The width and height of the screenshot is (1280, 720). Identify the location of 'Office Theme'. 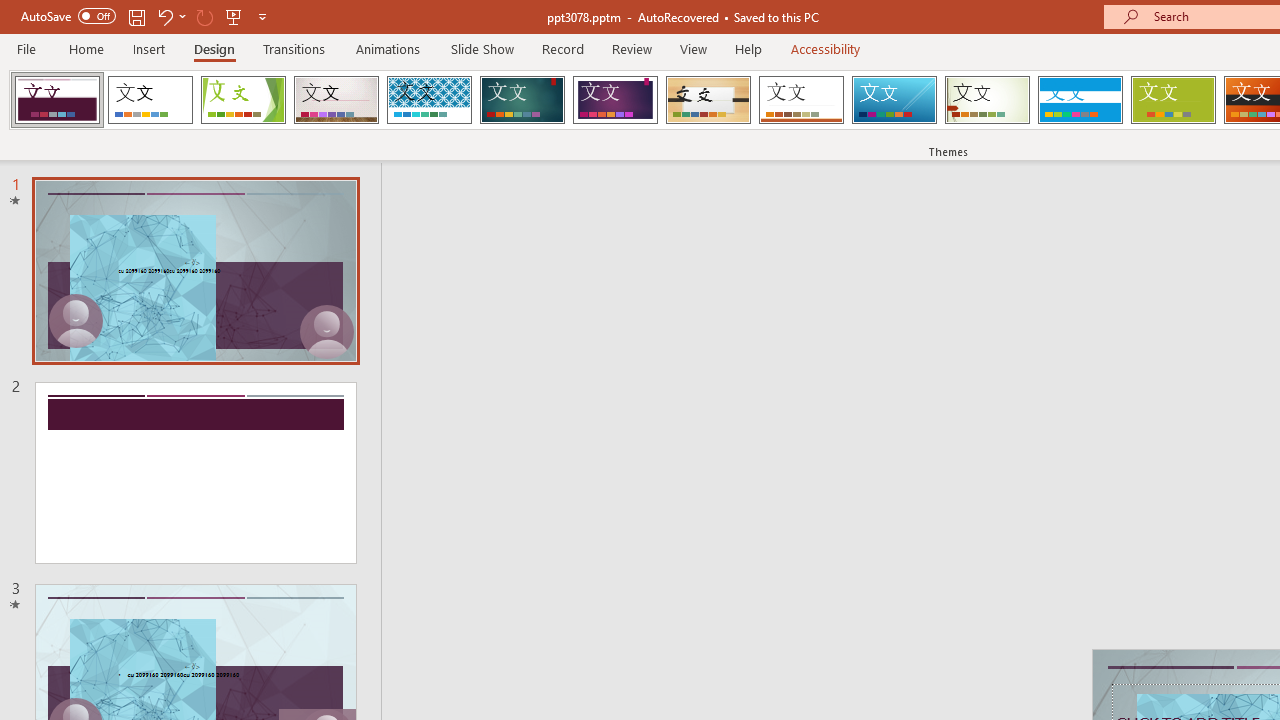
(149, 100).